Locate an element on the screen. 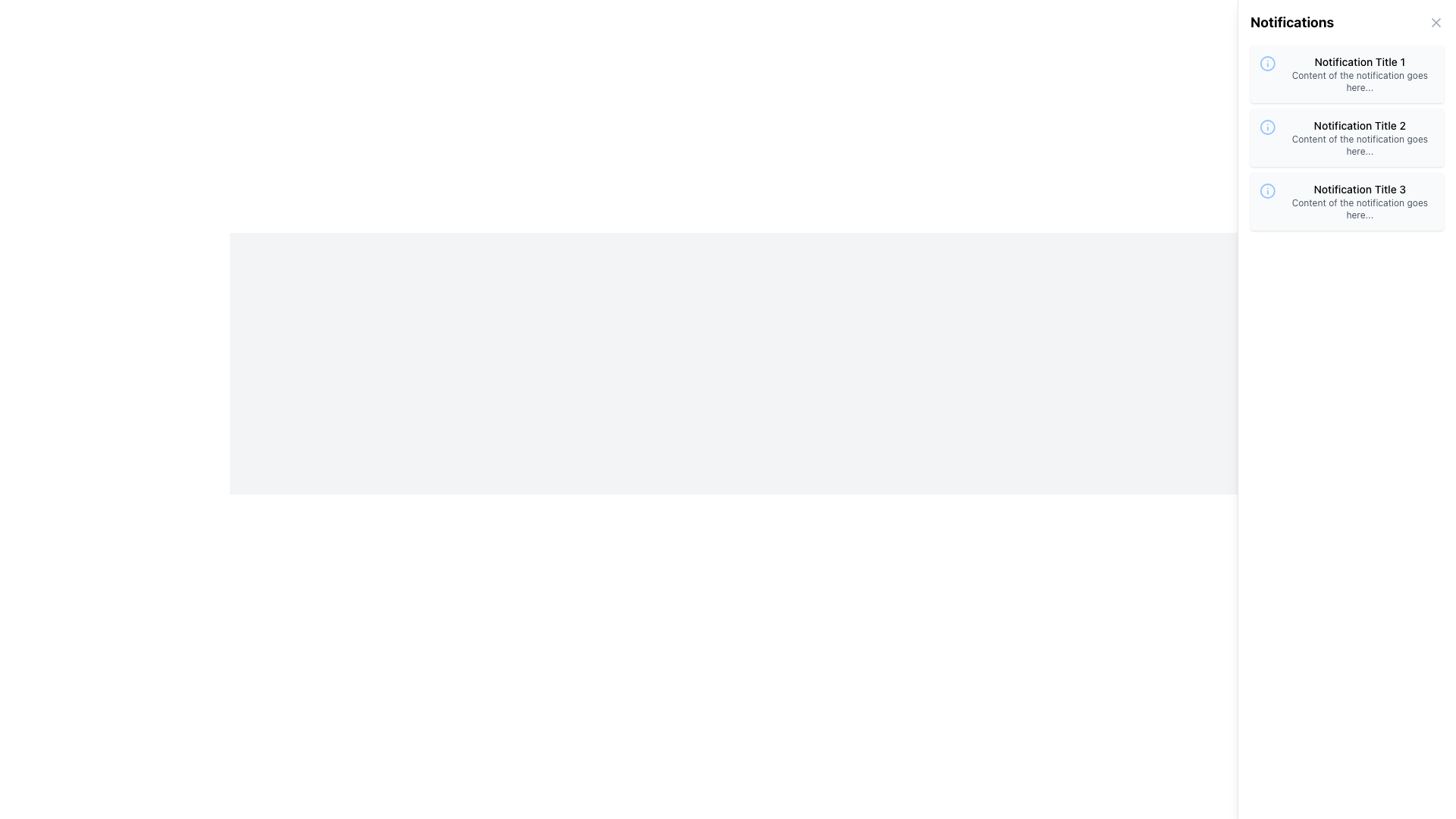 The width and height of the screenshot is (1456, 819). the circular information icon with a blue outline located at the top left corner of the first notification card is located at coordinates (1267, 63).